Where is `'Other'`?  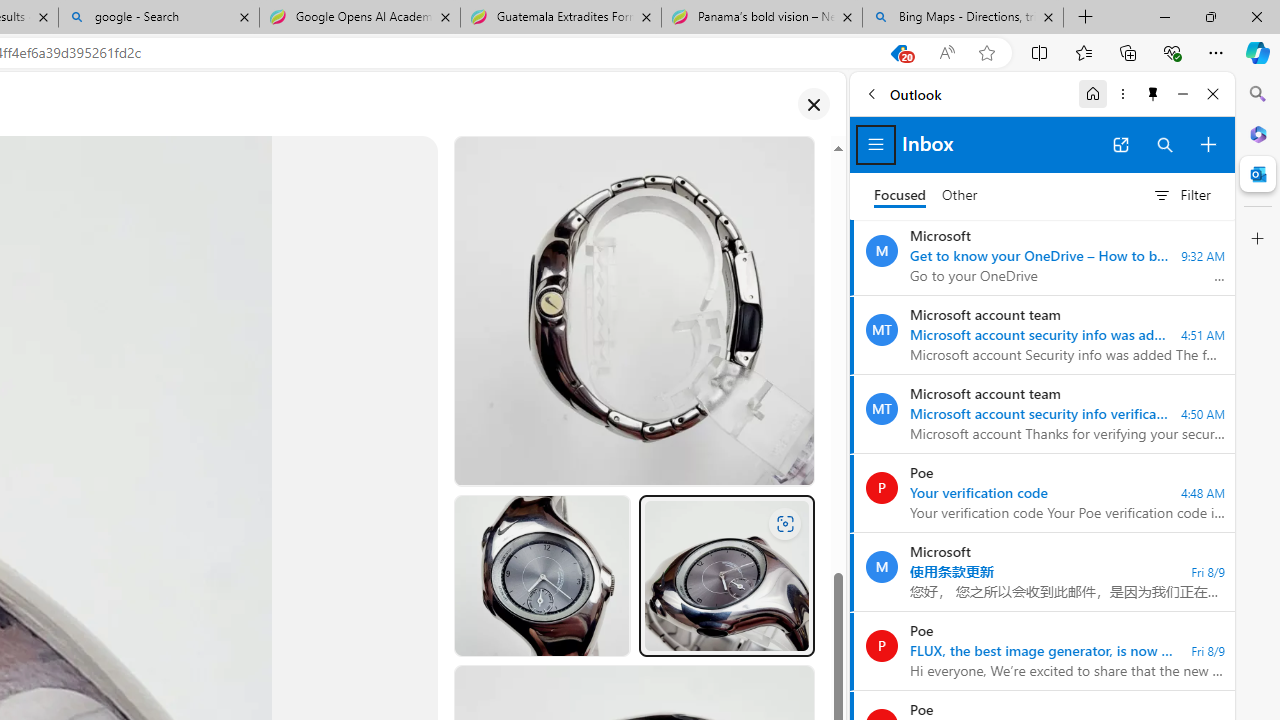 'Other' is located at coordinates (960, 195).